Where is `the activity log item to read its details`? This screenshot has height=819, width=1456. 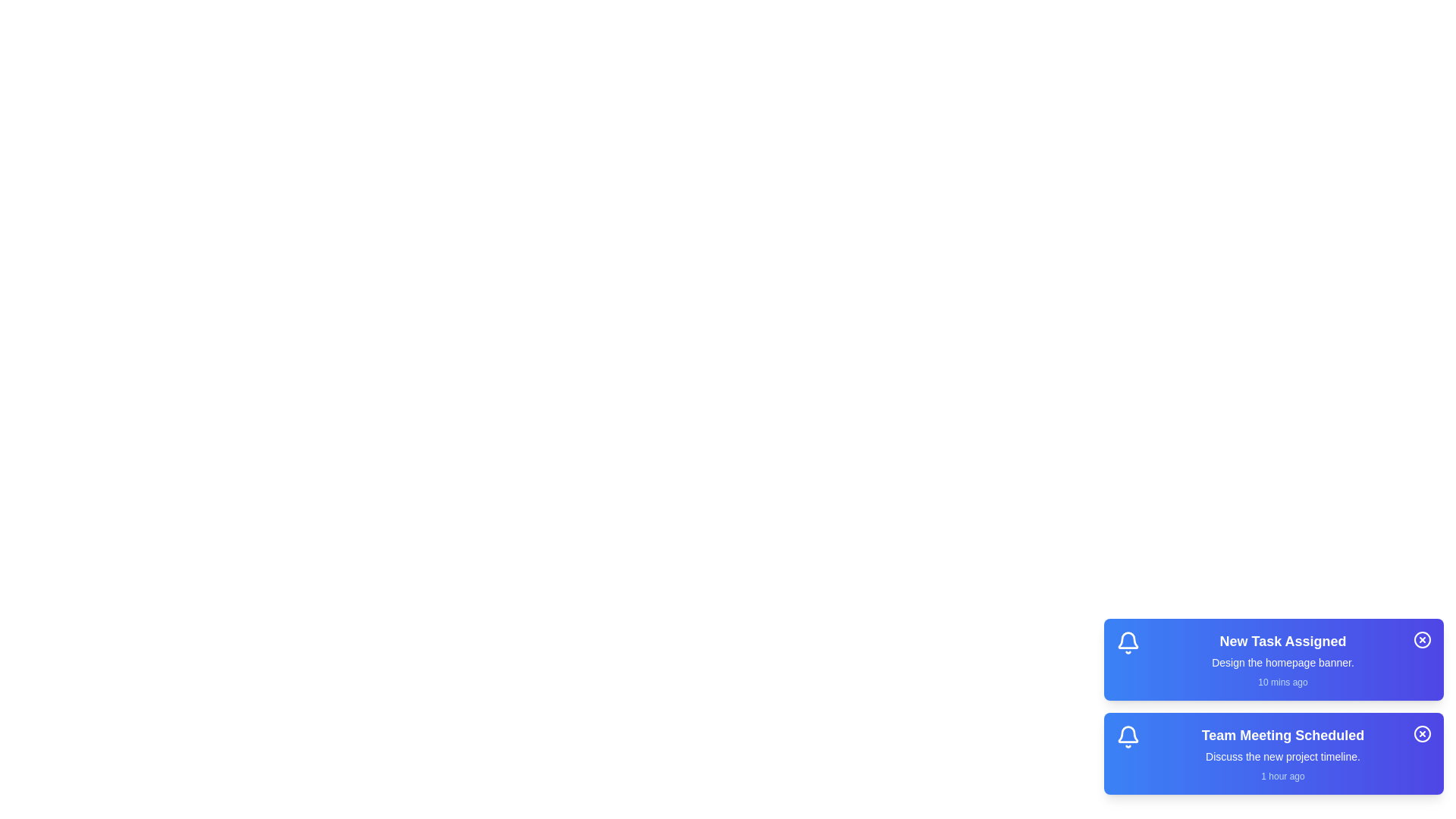
the activity log item to read its details is located at coordinates (1282, 659).